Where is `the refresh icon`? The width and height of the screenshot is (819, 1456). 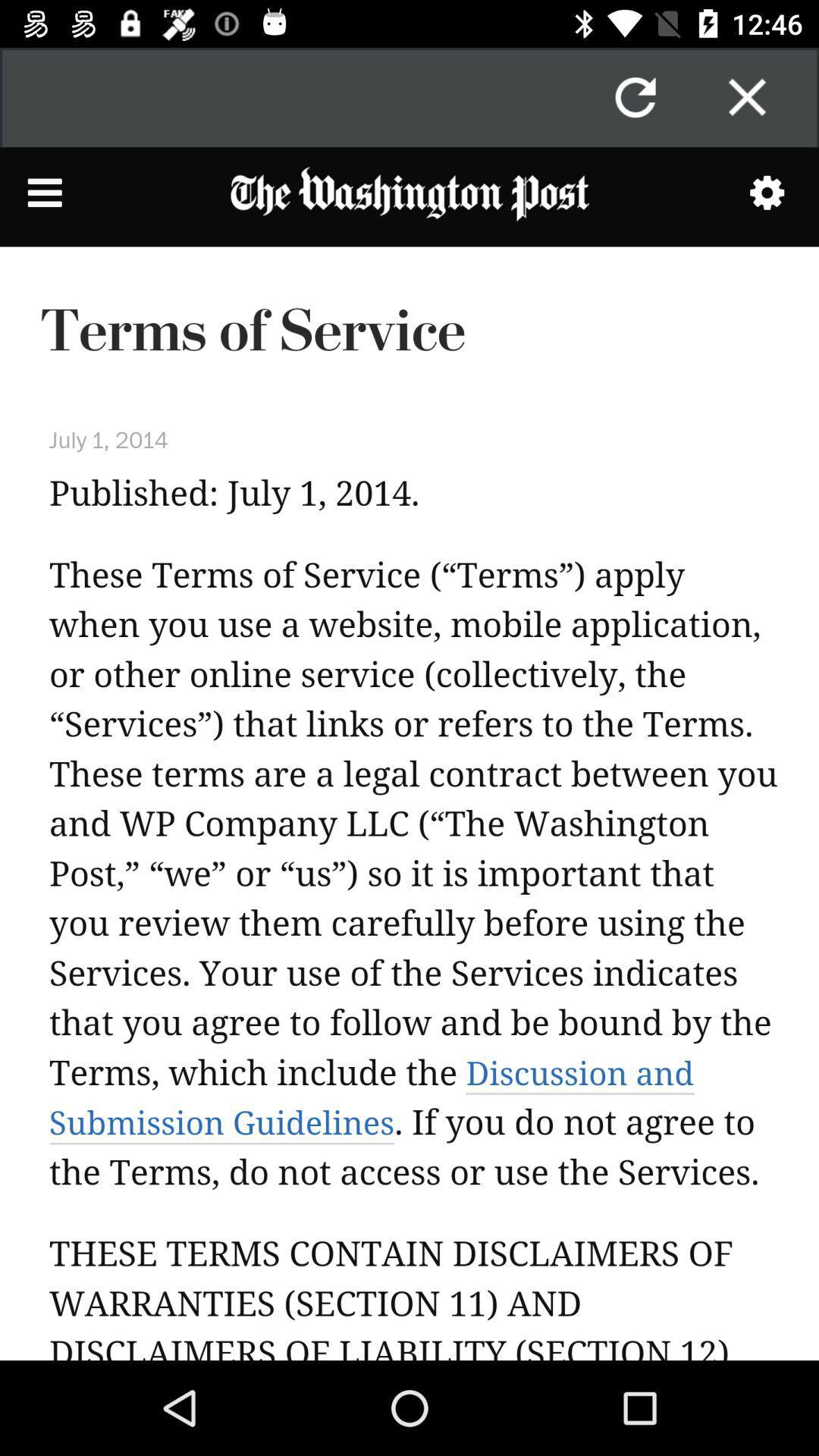 the refresh icon is located at coordinates (635, 96).